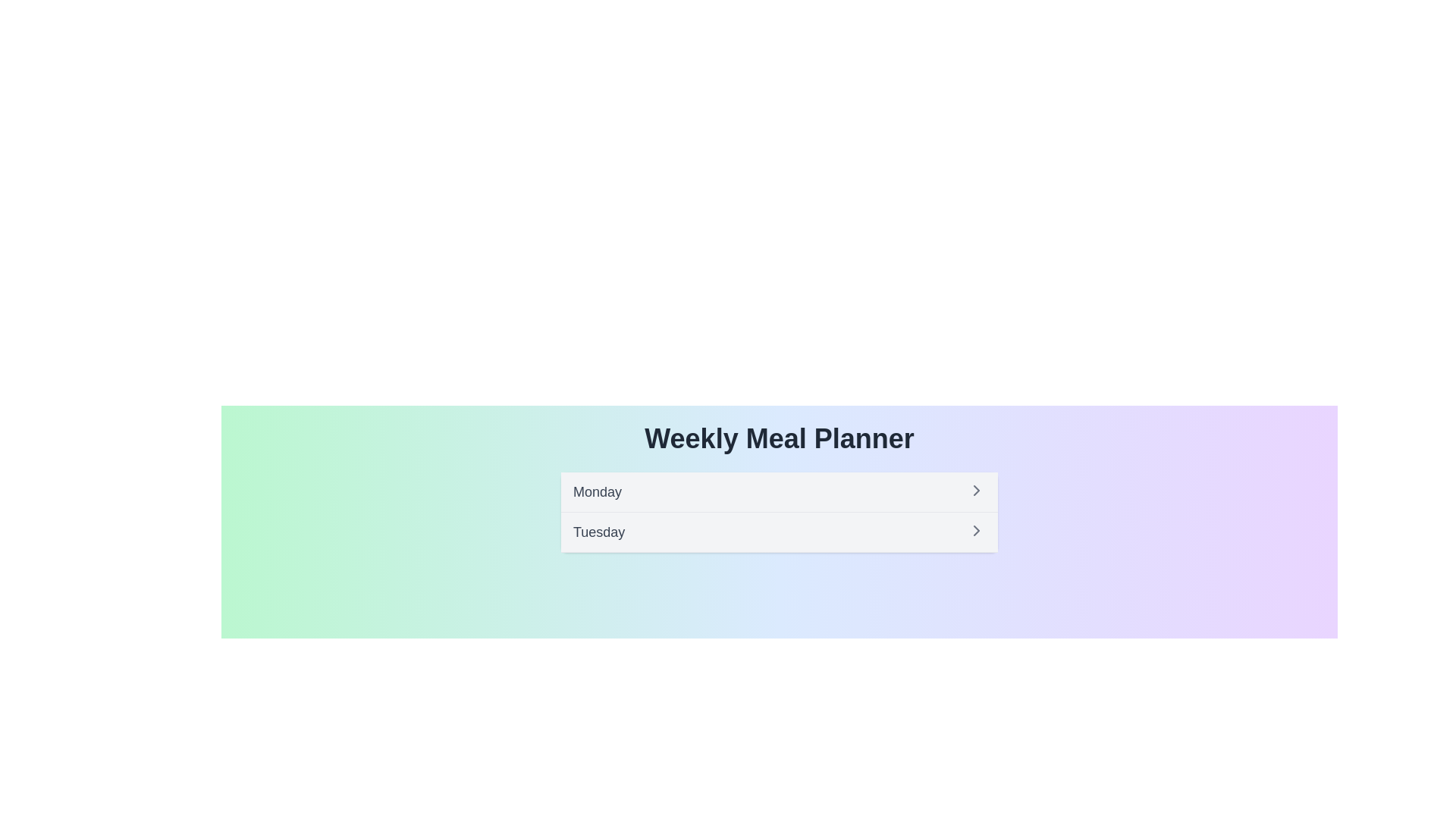 Image resolution: width=1456 pixels, height=819 pixels. Describe the element at coordinates (779, 532) in the screenshot. I see `the interactive list item labeled 'Tuesday' using keyboard inputs, which is the second item in a vertical list beneath 'Monday'` at that location.